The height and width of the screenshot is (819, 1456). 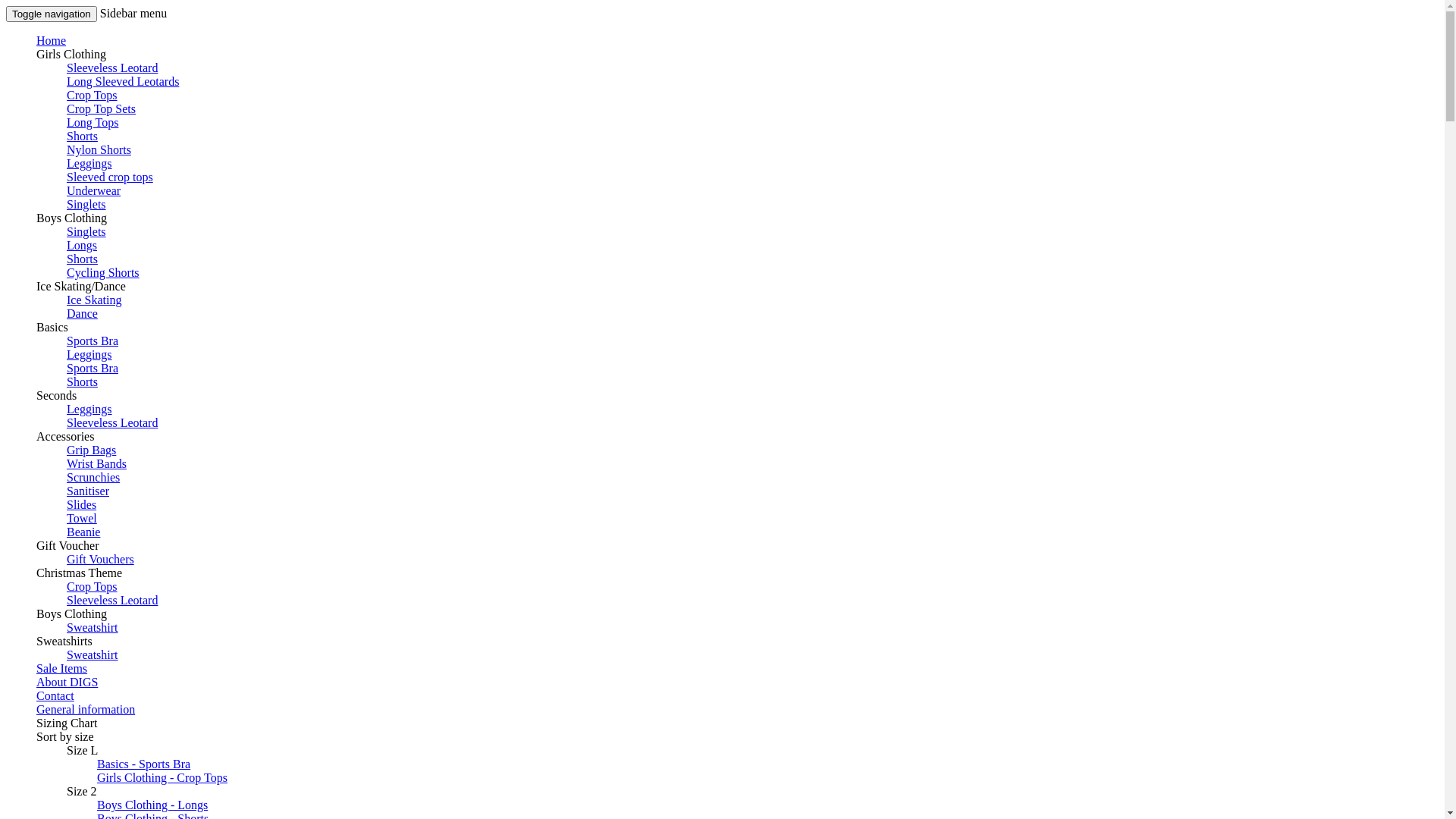 I want to click on 'Sports Bra', so click(x=91, y=368).